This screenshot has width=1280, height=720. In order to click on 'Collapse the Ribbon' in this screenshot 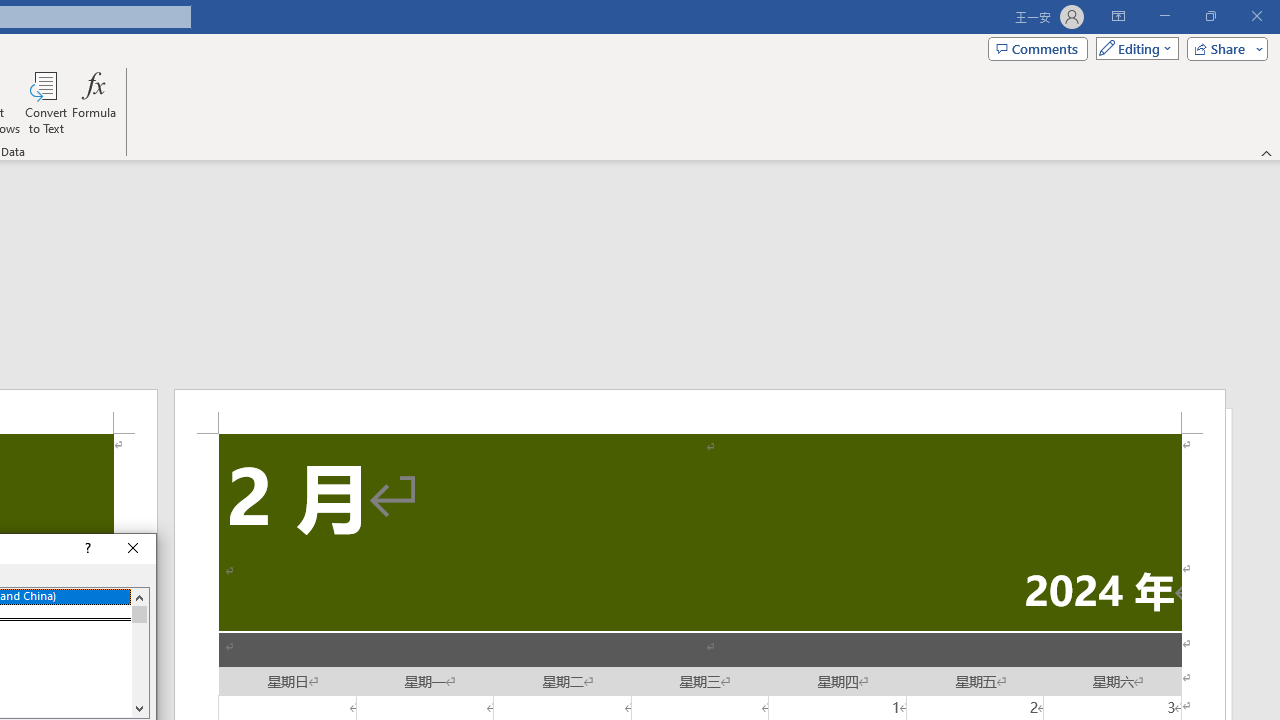, I will do `click(1266, 152)`.